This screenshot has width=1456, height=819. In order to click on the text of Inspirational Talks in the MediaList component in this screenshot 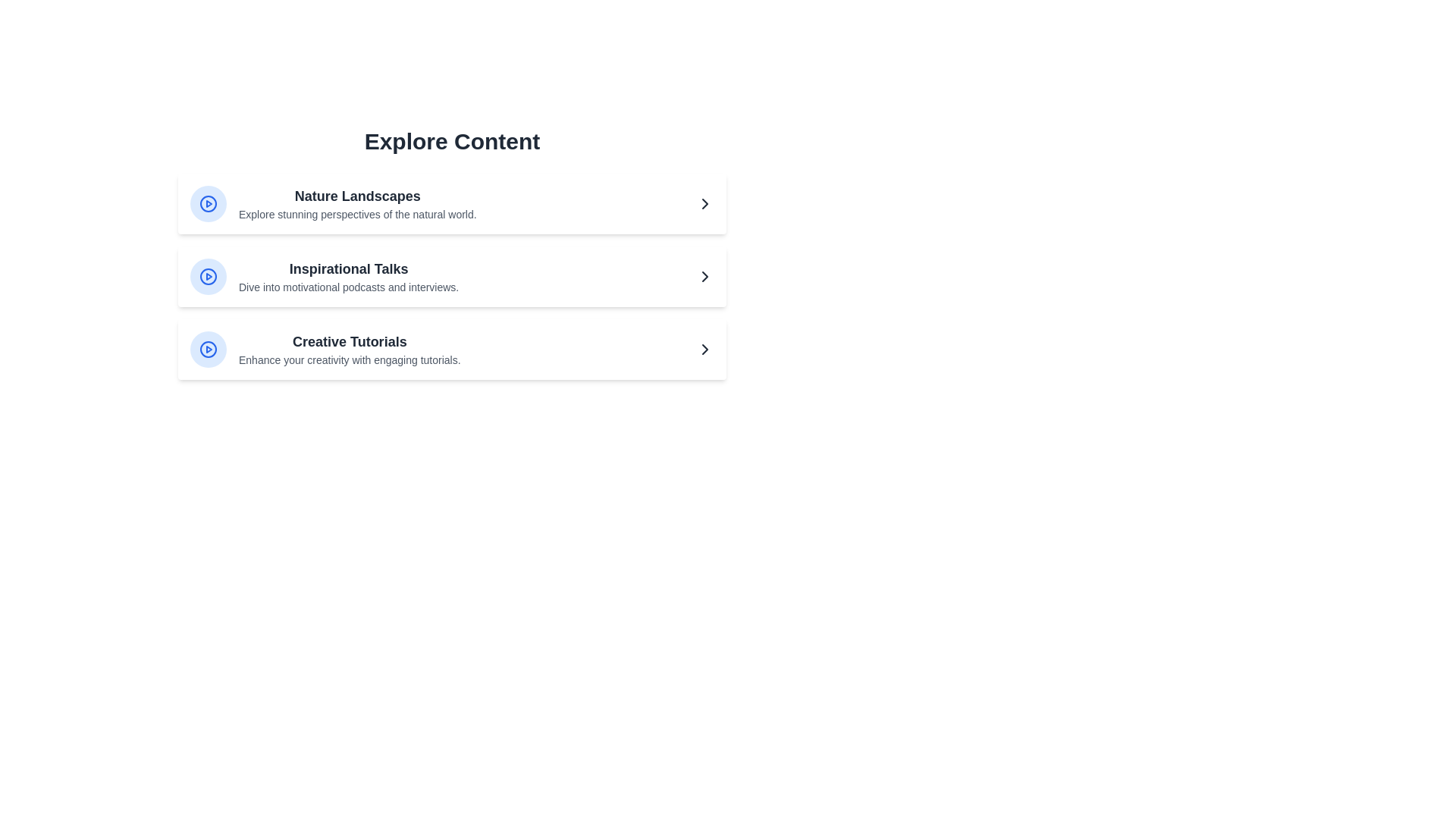, I will do `click(348, 268)`.